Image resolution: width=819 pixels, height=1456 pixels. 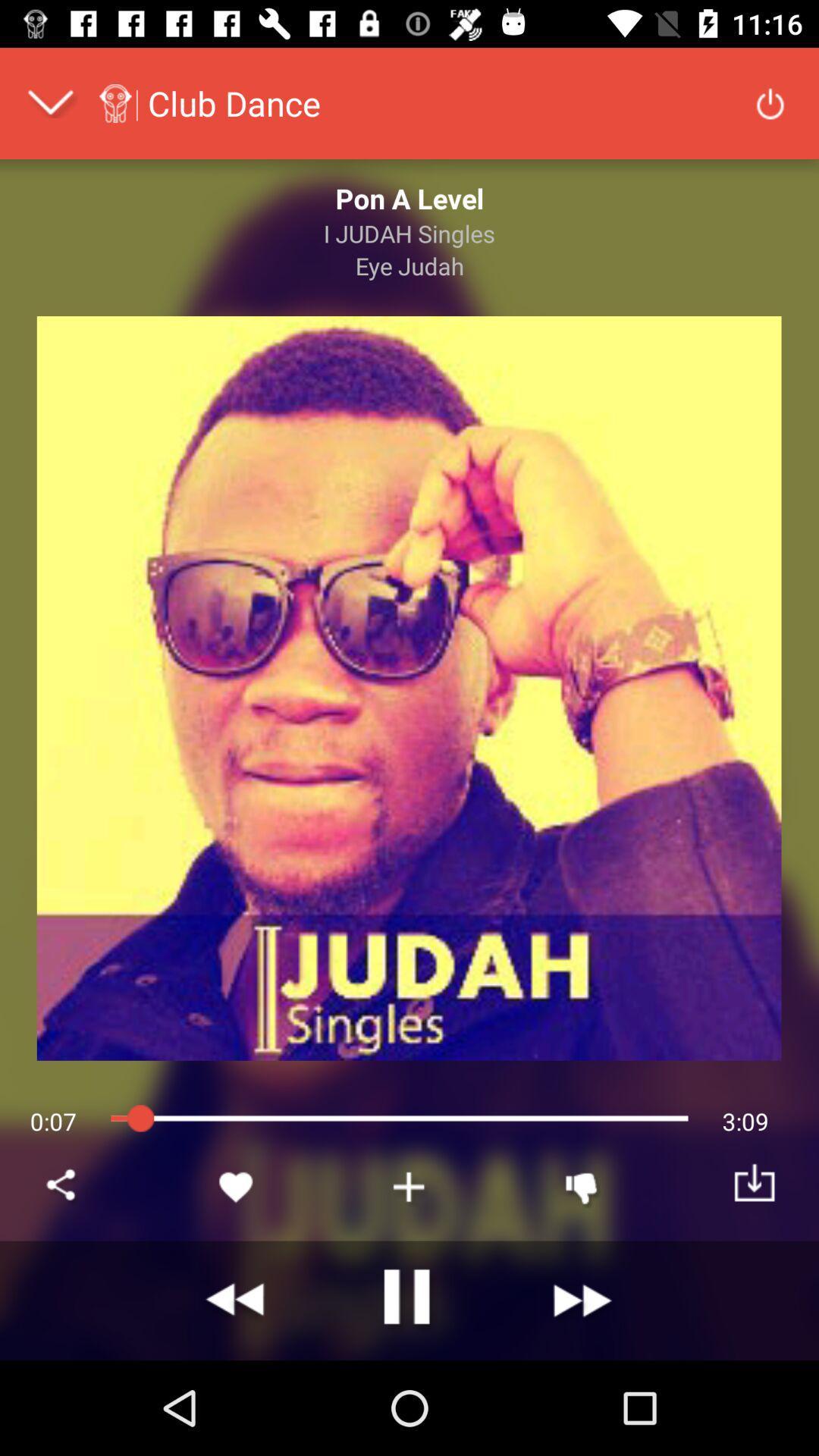 I want to click on the share icon, so click(x=63, y=1186).